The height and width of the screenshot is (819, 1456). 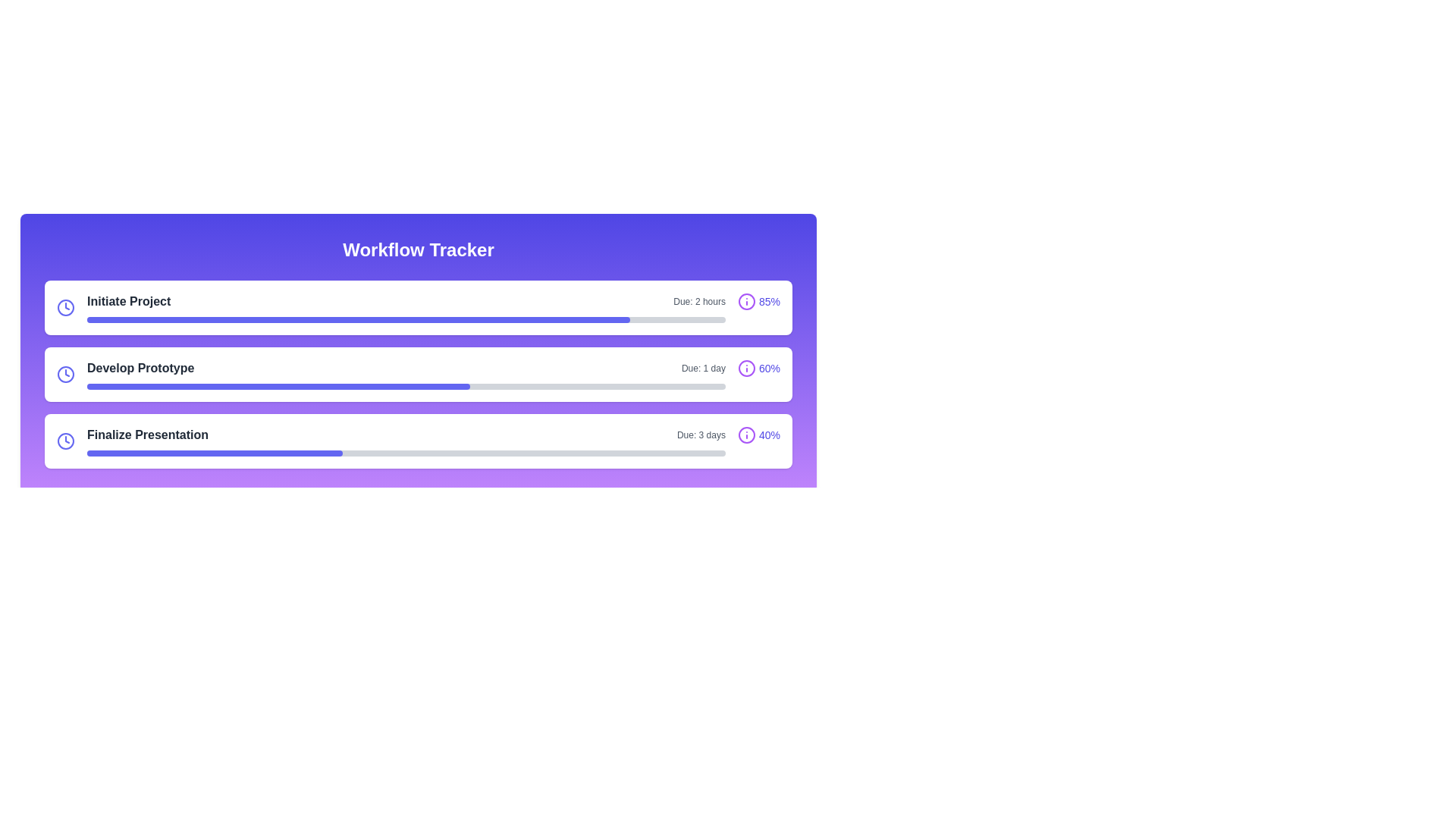 I want to click on the horizontal progress bar with a light gray background and indigo filled section, located at the bottom of the 'Finalize Presentation' section in the 'Workflow Tracker', so click(x=406, y=452).